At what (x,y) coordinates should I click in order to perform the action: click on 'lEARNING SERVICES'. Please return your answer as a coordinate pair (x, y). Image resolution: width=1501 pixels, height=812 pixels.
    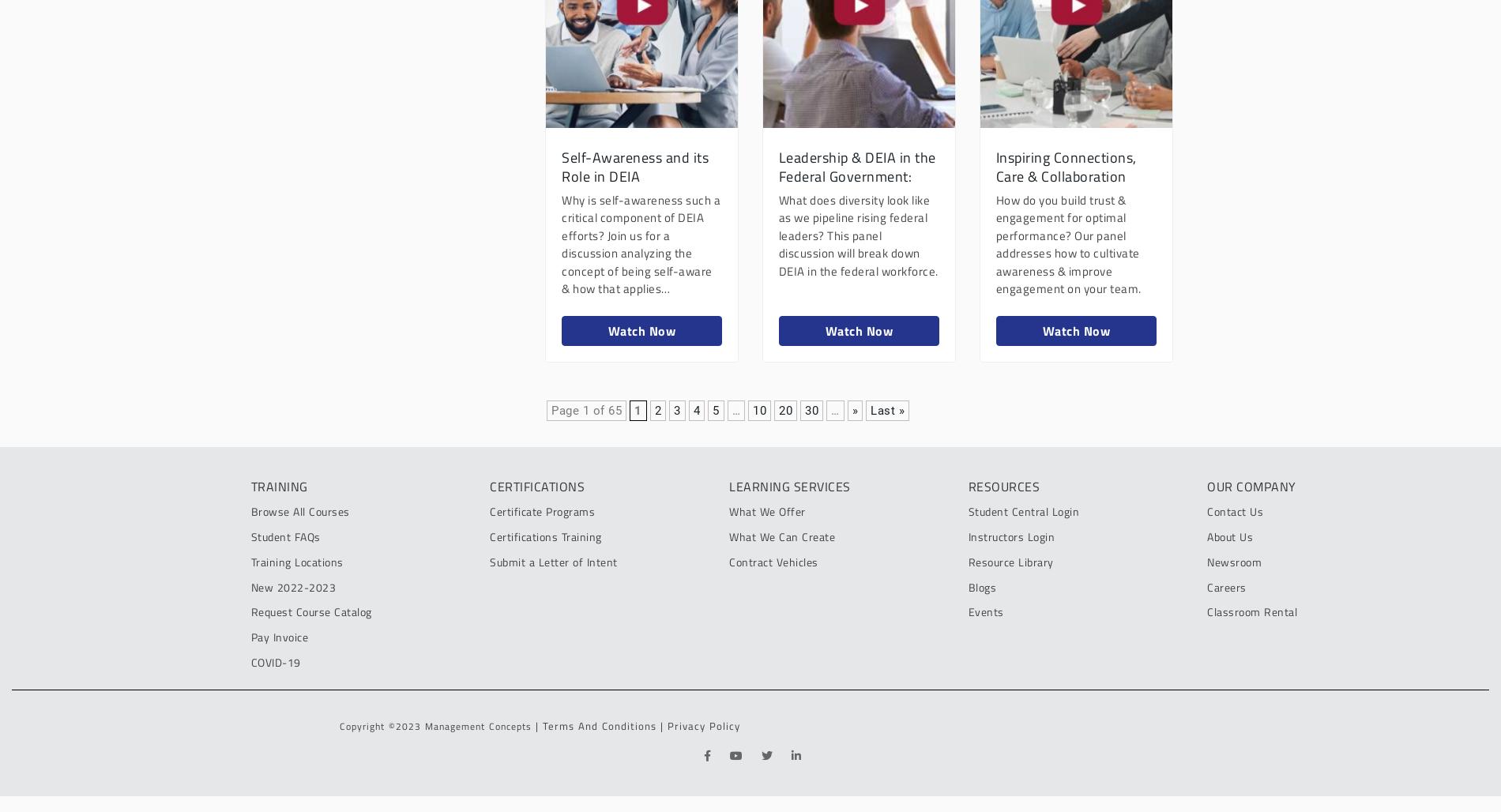
    Looking at the image, I should click on (728, 485).